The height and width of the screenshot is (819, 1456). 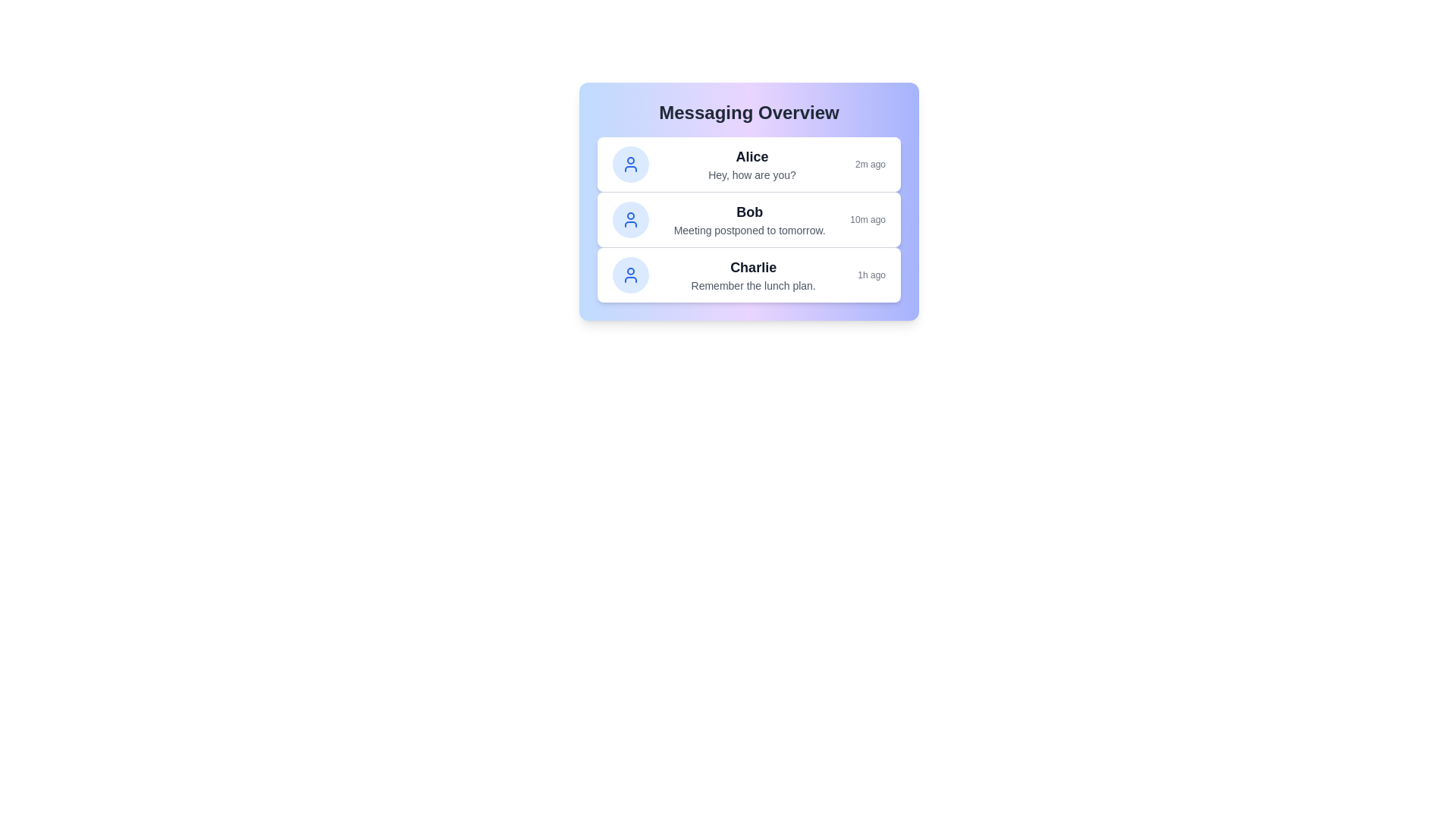 I want to click on the message from Alice to view details, so click(x=749, y=164).